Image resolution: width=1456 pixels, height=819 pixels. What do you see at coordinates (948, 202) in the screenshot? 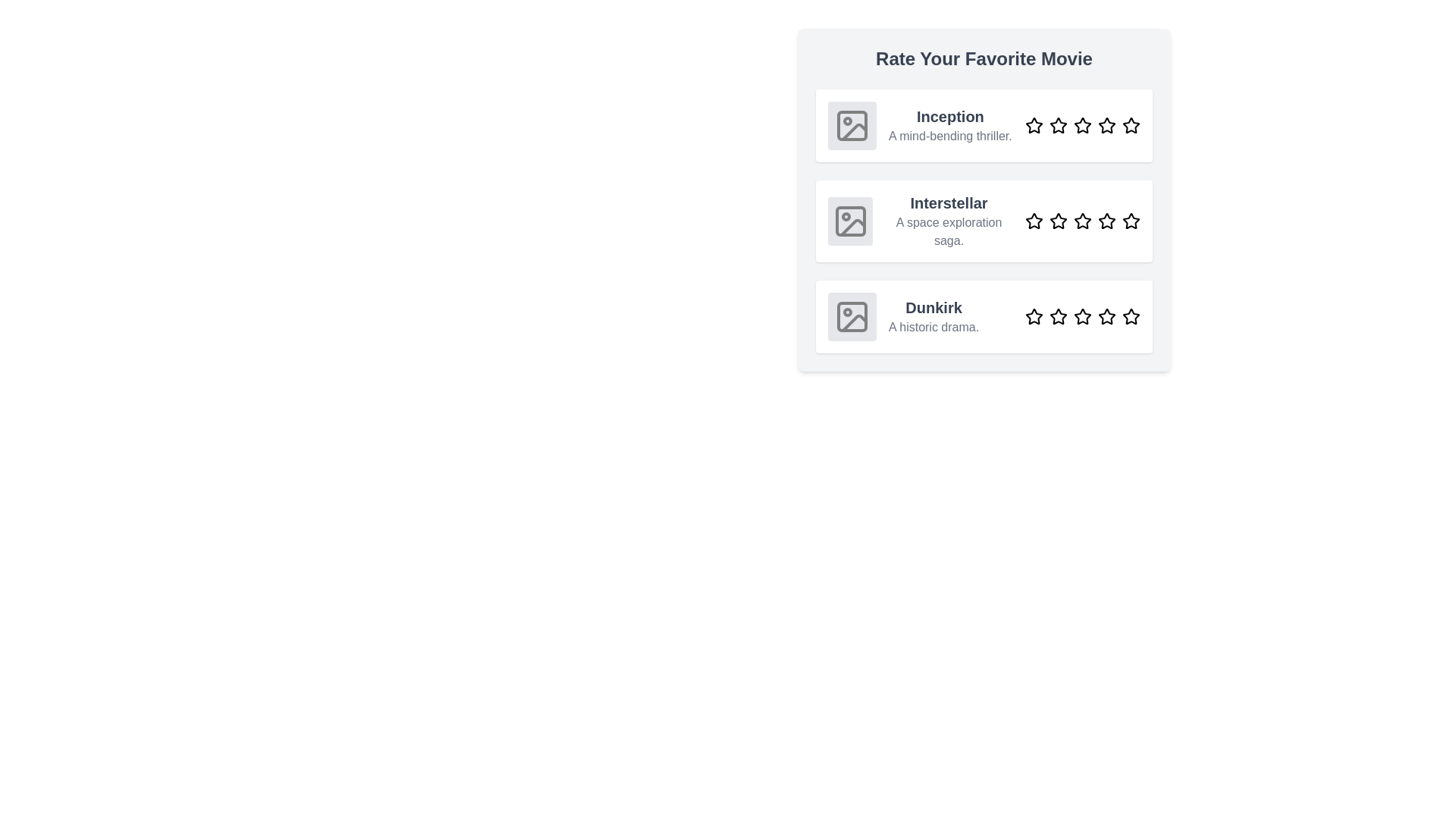
I see `the text label representing a movie name in the rating interface located under 'Rate Your Favorite Movie' and above the description 'A space exploration saga.'` at bounding box center [948, 202].